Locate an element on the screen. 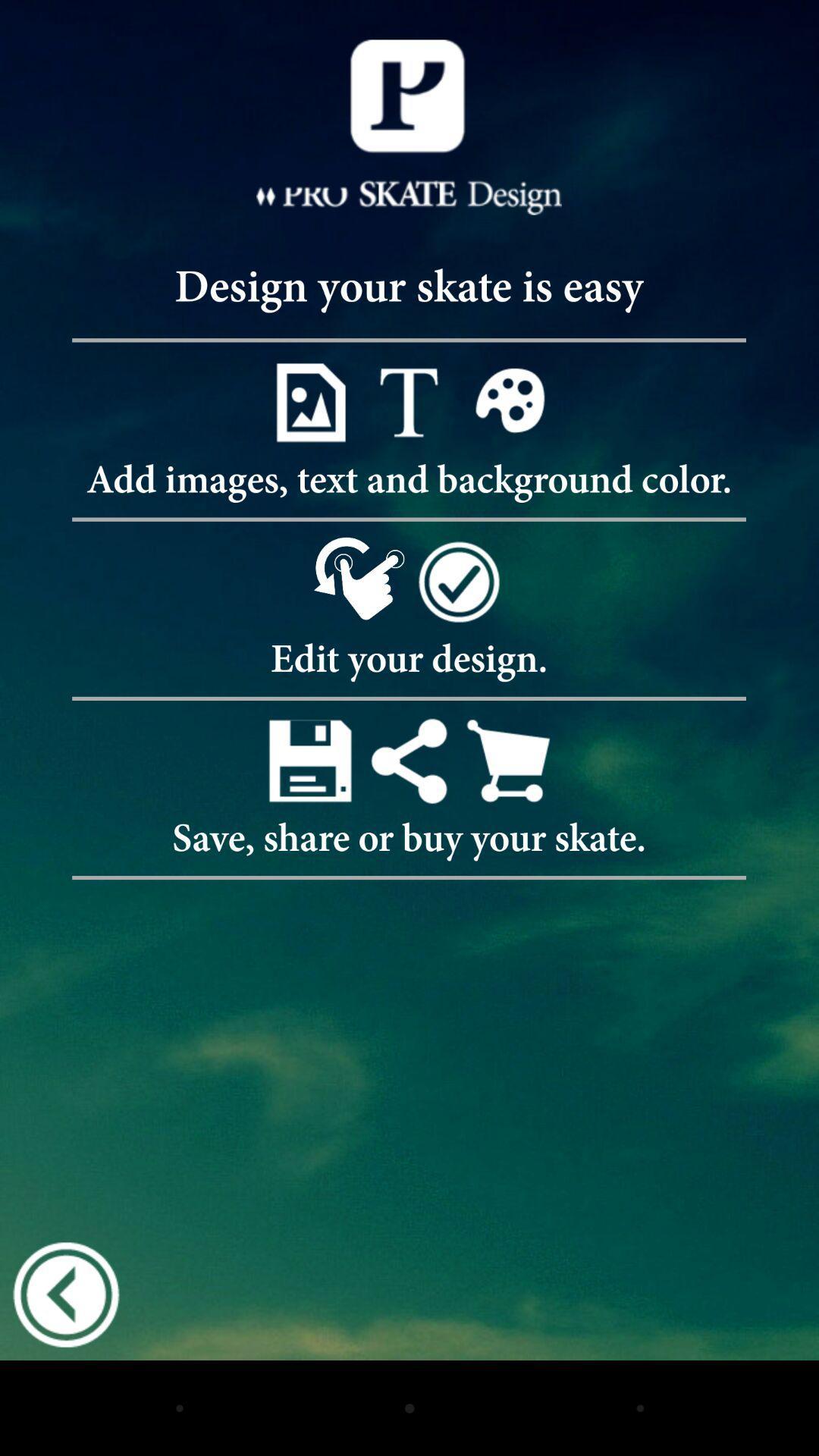  image is located at coordinates (309, 402).